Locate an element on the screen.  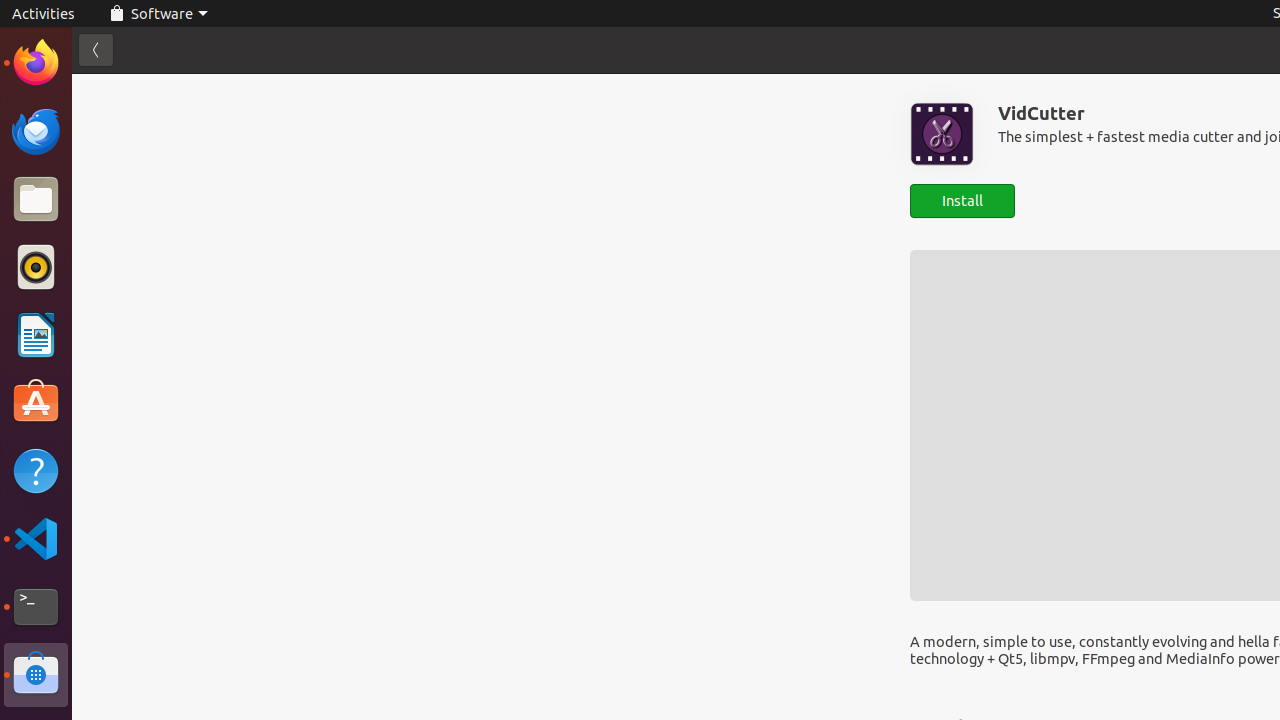
'Software' is located at coordinates (156, 13).